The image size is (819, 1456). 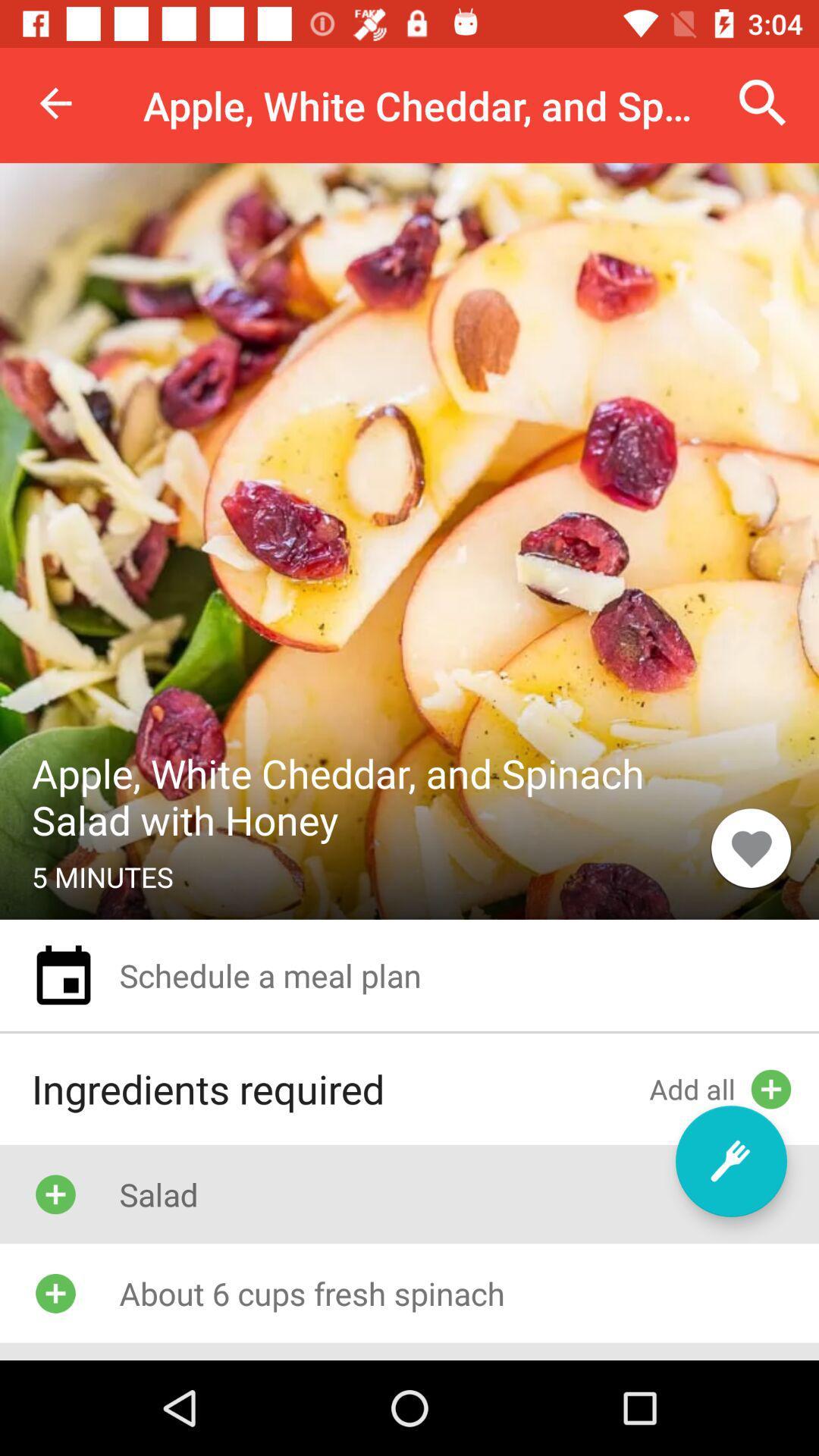 What do you see at coordinates (730, 1160) in the screenshot?
I see `item above the about 6 cups item` at bounding box center [730, 1160].